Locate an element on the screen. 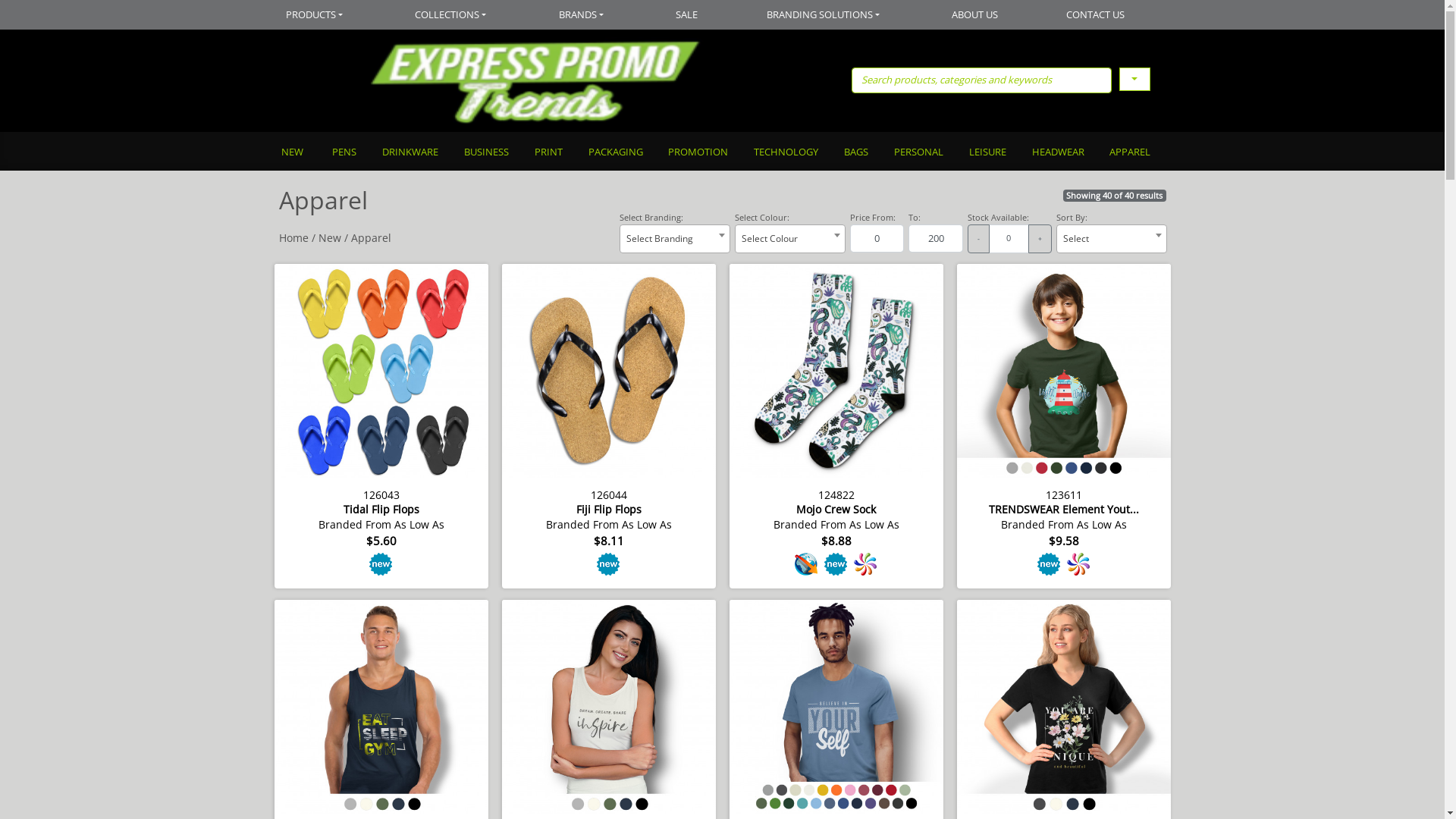  'HEADWEAR' is located at coordinates (1018, 152).